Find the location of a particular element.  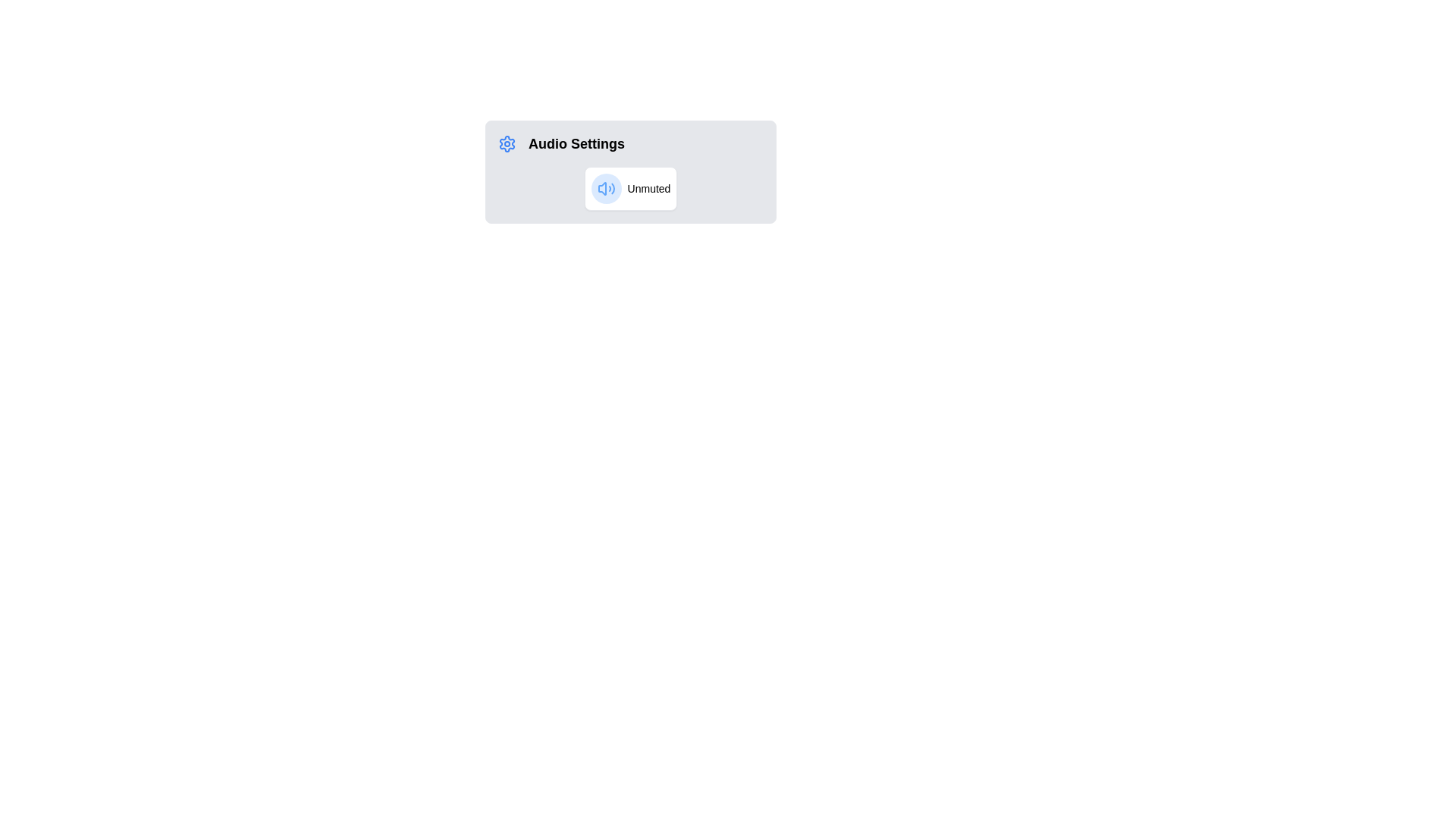

the 'Unmuted' status indicator within the audio settings panel, which is located in the top-left section of the larger panel is located at coordinates (630, 171).